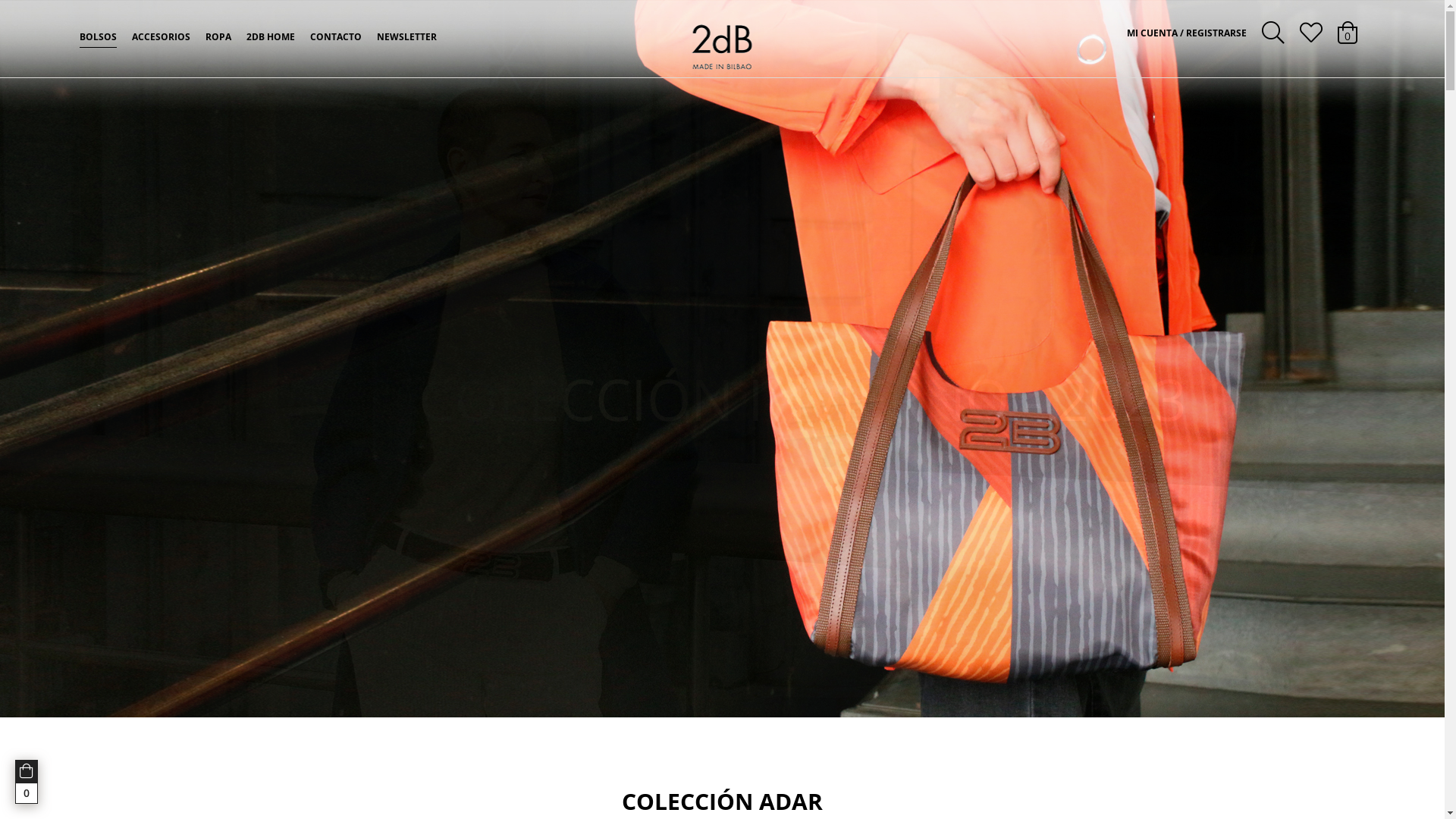 This screenshot has height=819, width=1456. What do you see at coordinates (1215, 33) in the screenshot?
I see `' REGISTRARSE'` at bounding box center [1215, 33].